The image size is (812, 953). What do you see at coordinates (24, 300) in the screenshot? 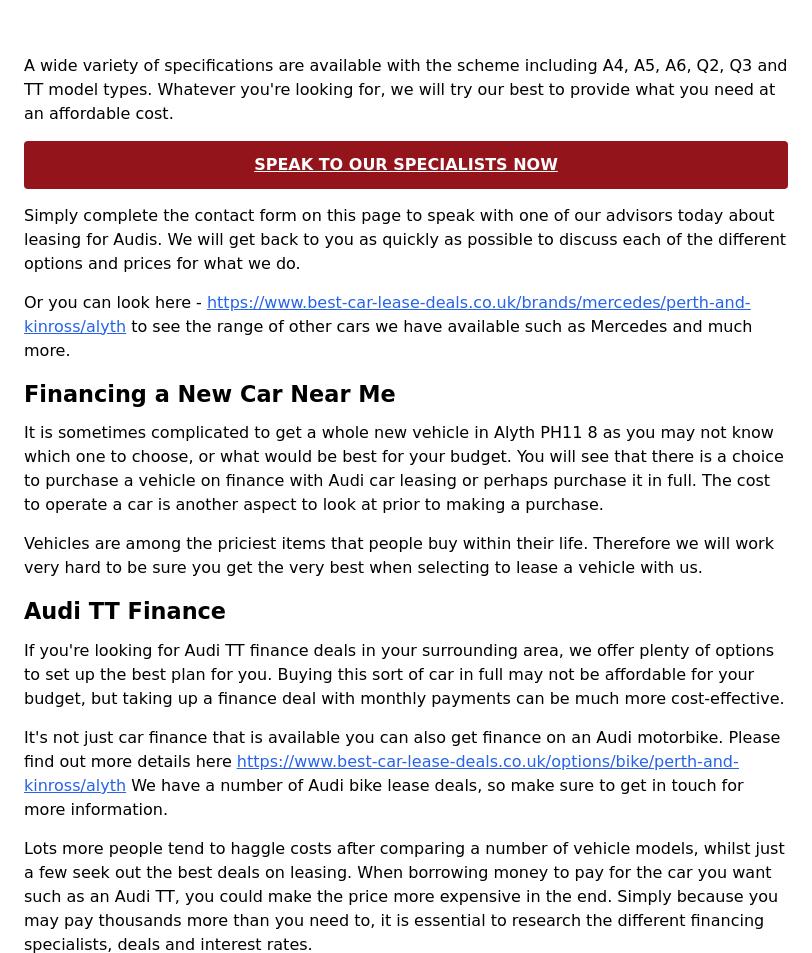
I see `'Or you can look here -'` at bounding box center [24, 300].